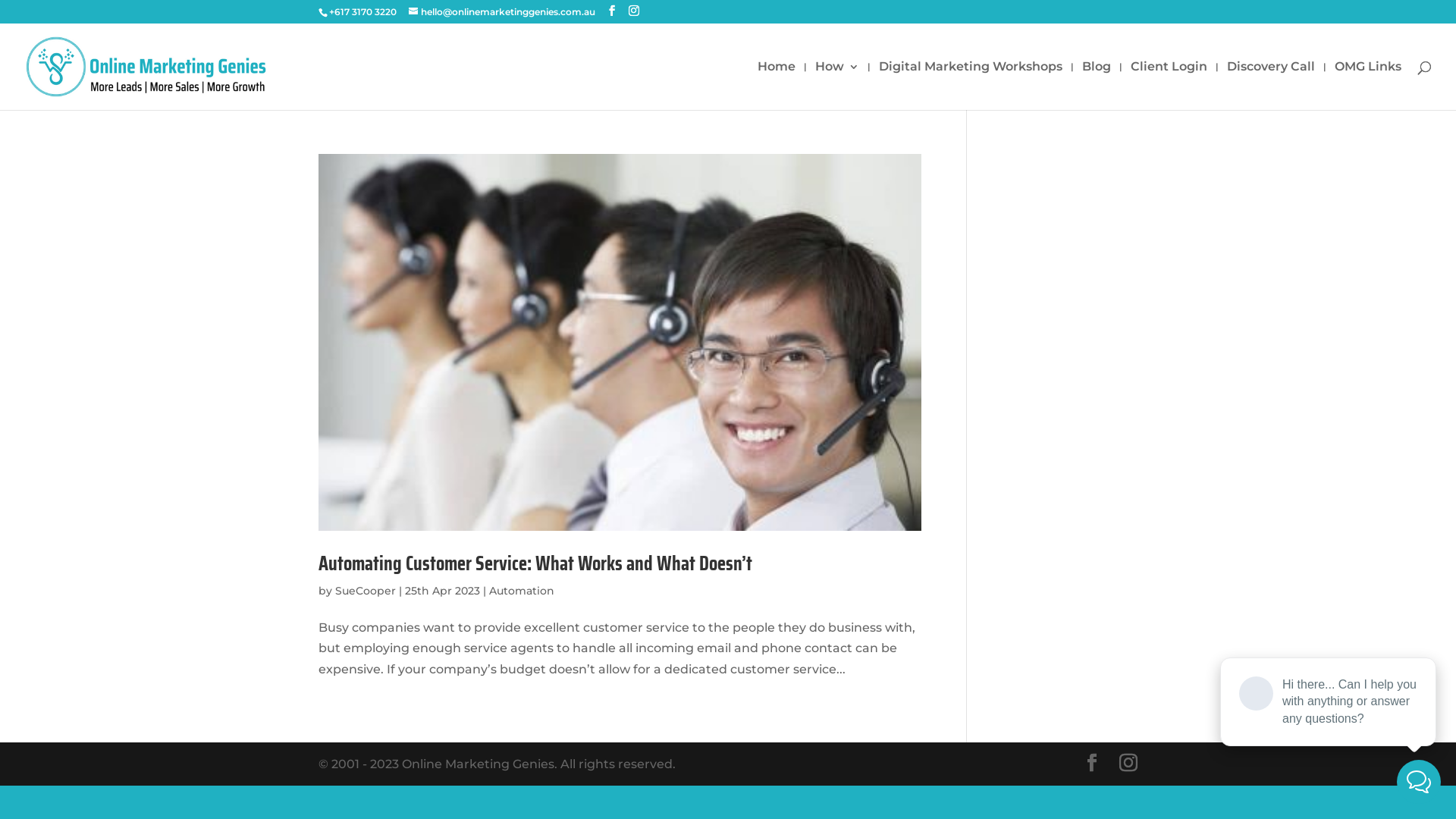  Describe the element at coordinates (1096, 85) in the screenshot. I see `'Blog'` at that location.